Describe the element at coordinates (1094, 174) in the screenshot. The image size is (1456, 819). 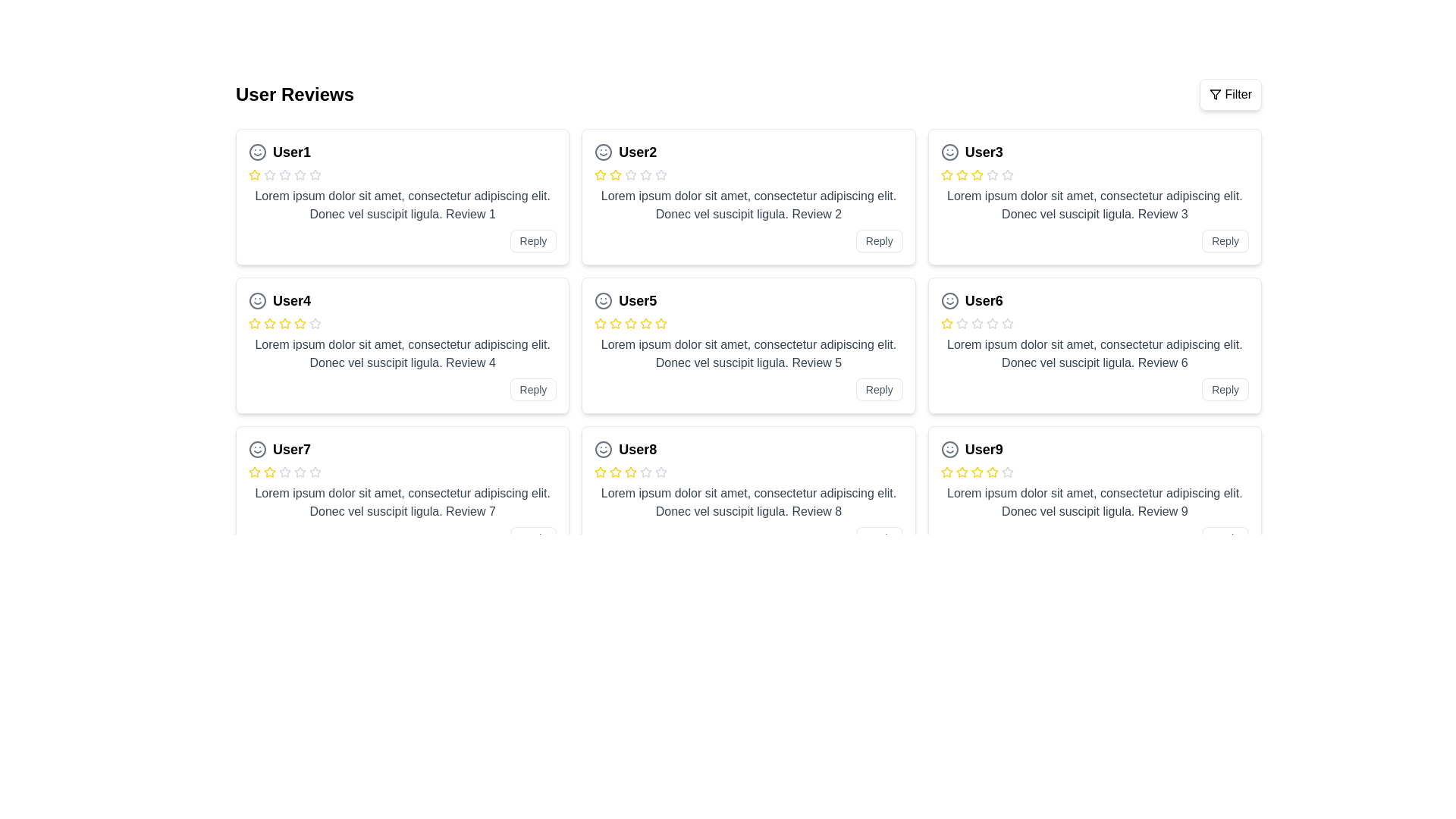
I see `the visual rating representation of the star icons in the rating indicator located within the review card for 'User3', positioned below the name 'User3'` at that location.